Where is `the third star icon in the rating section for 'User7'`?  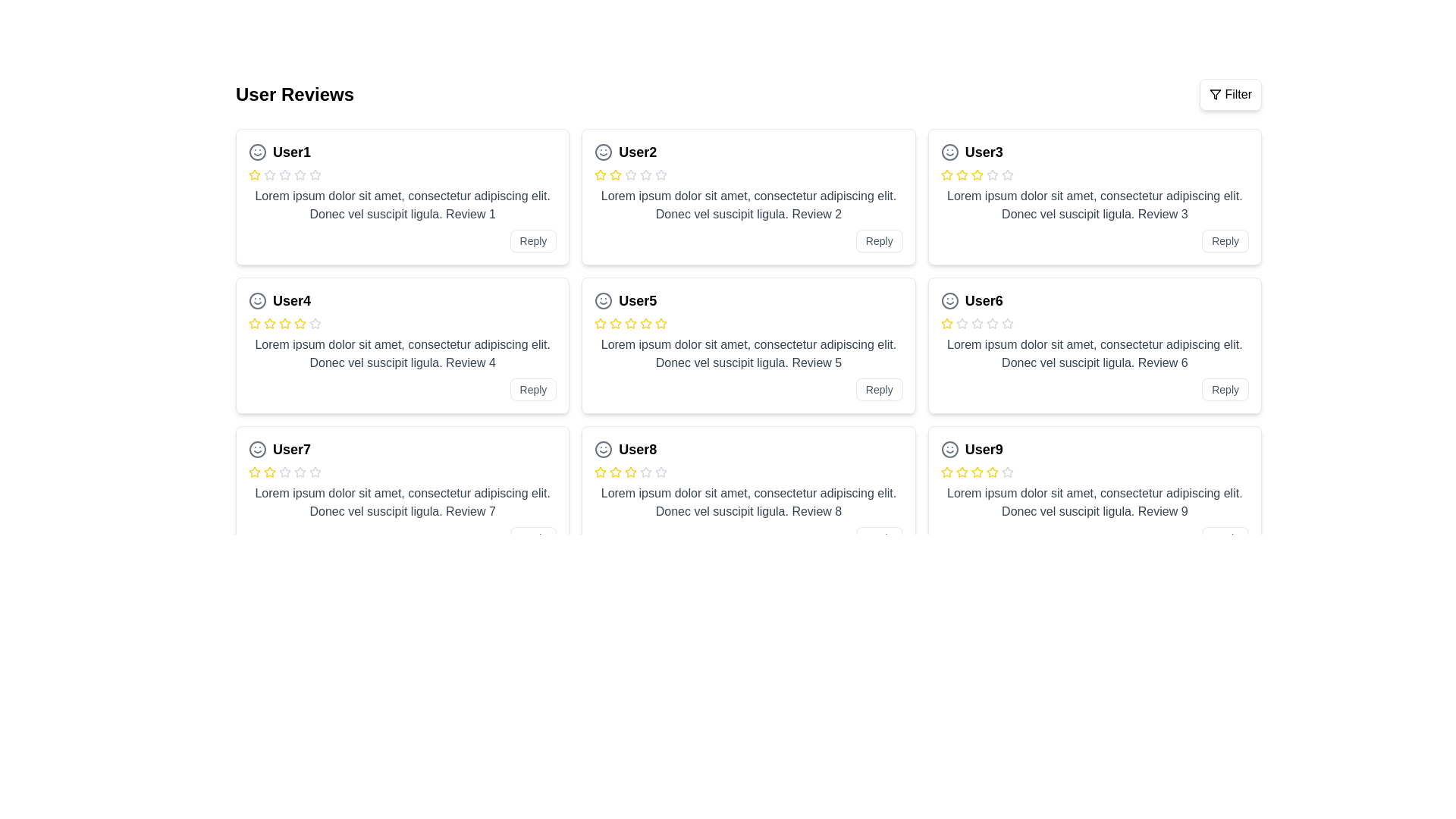
the third star icon in the rating section for 'User7' is located at coordinates (269, 472).